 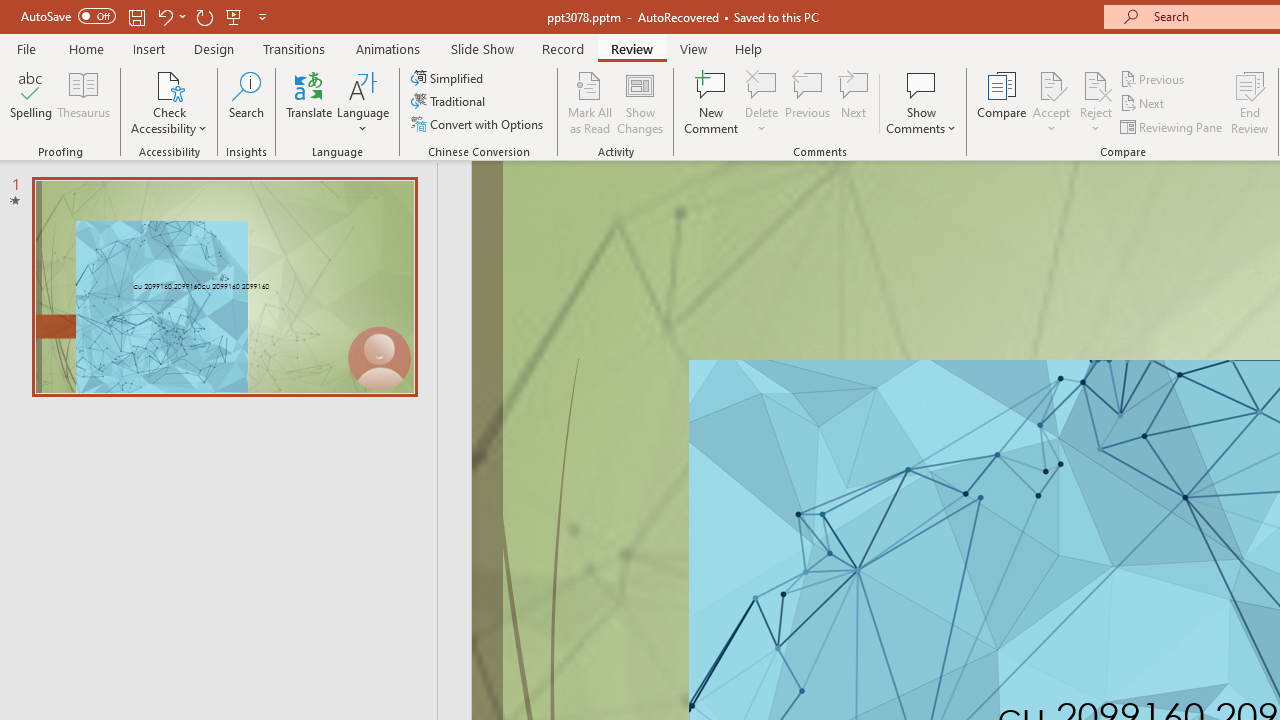 I want to click on 'Convert with Options...', so click(x=478, y=124).